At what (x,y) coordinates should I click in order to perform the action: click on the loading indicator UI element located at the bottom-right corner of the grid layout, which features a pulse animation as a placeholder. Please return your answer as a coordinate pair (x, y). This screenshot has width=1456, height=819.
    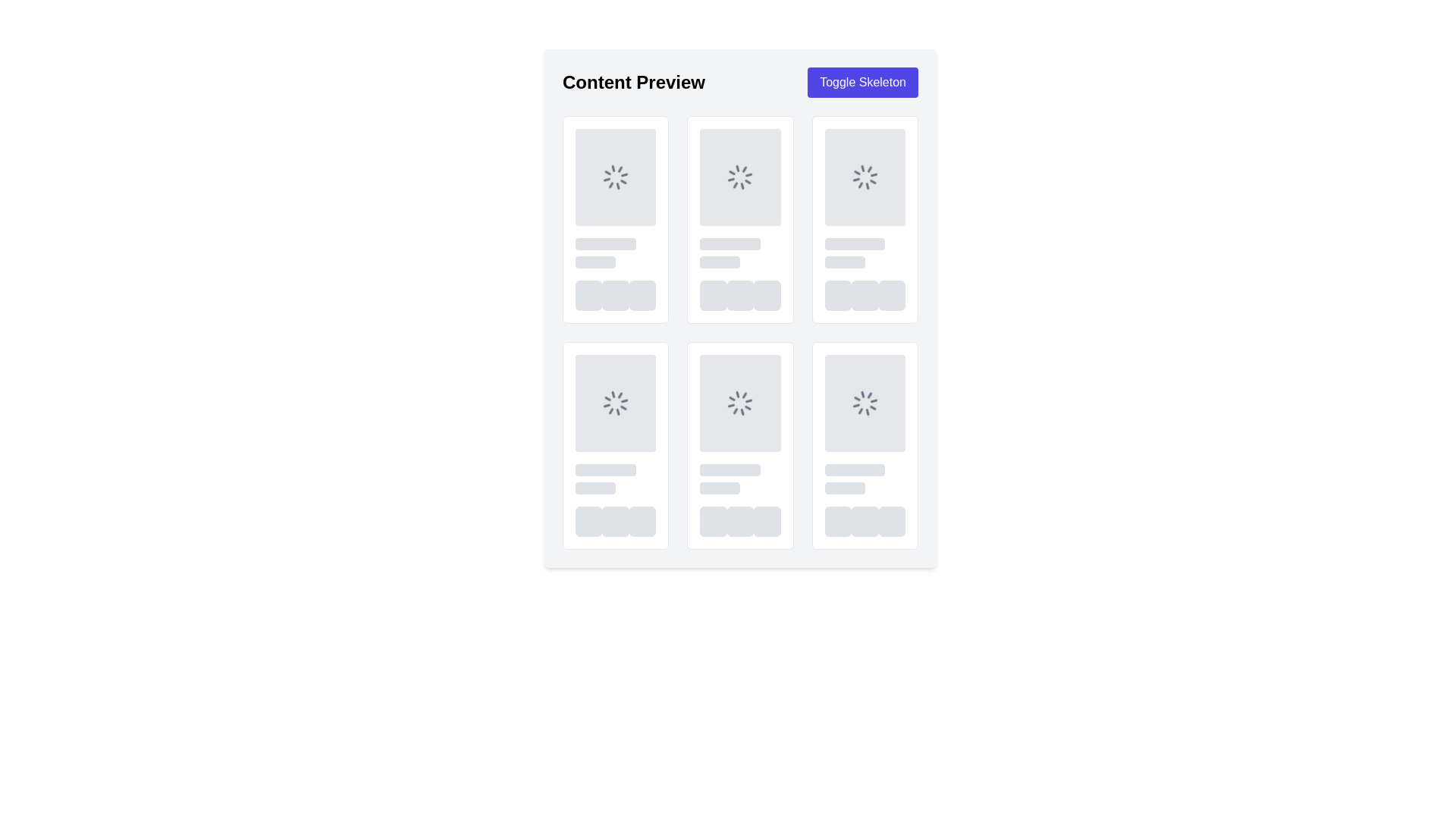
    Looking at the image, I should click on (864, 520).